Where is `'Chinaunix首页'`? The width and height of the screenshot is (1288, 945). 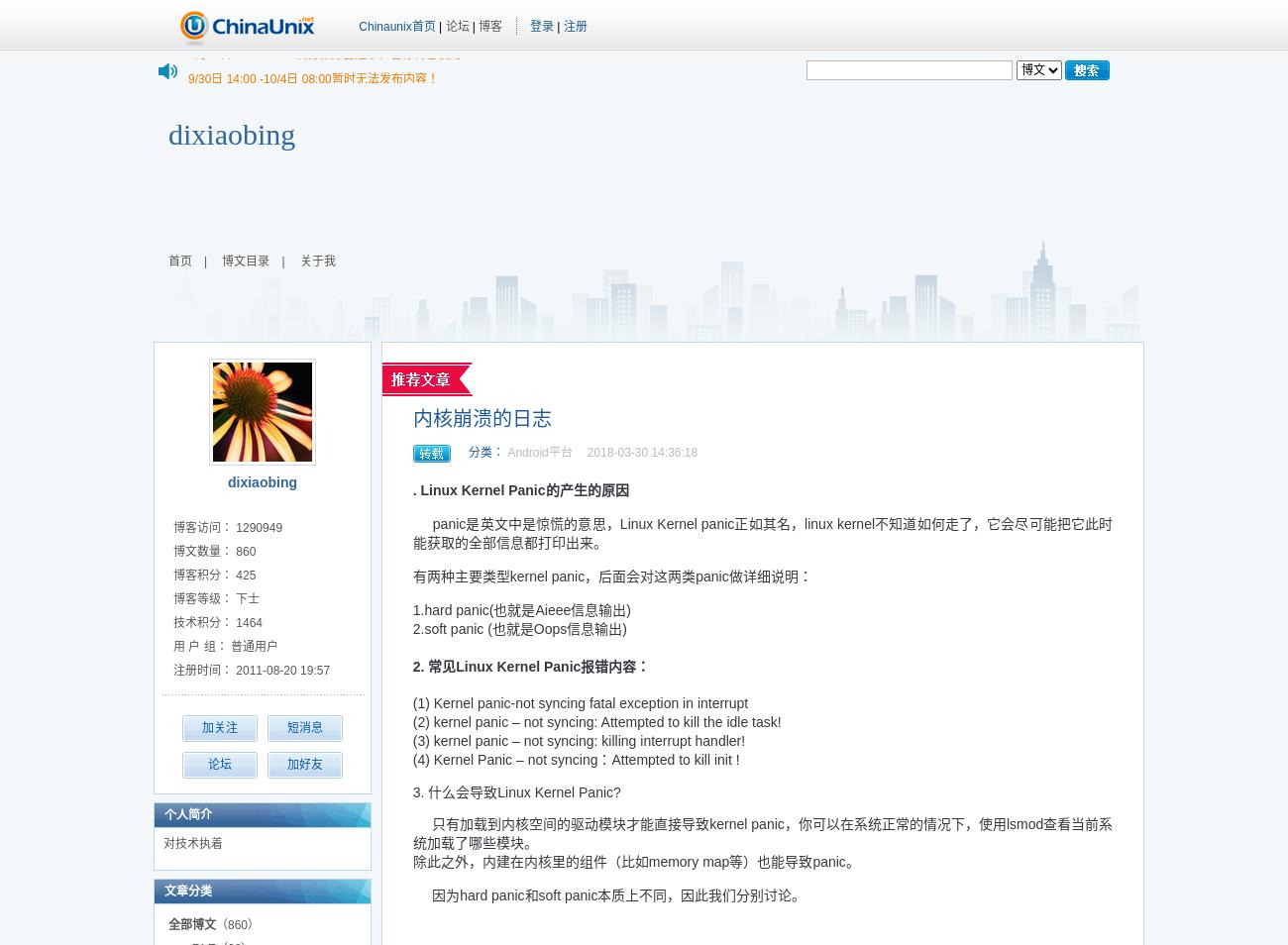 'Chinaunix首页' is located at coordinates (396, 25).